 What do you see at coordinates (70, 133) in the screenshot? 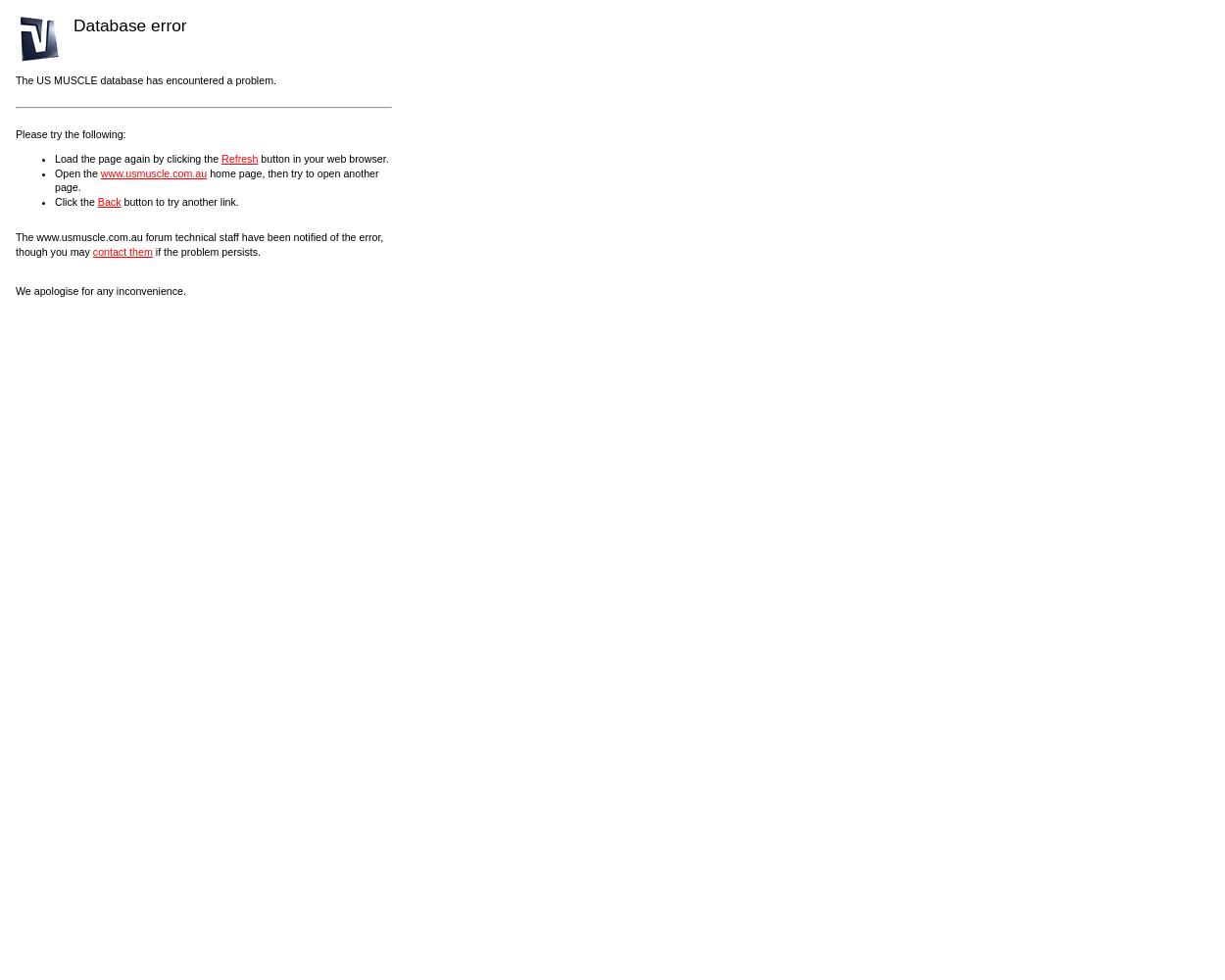
I see `'Please try the following:'` at bounding box center [70, 133].